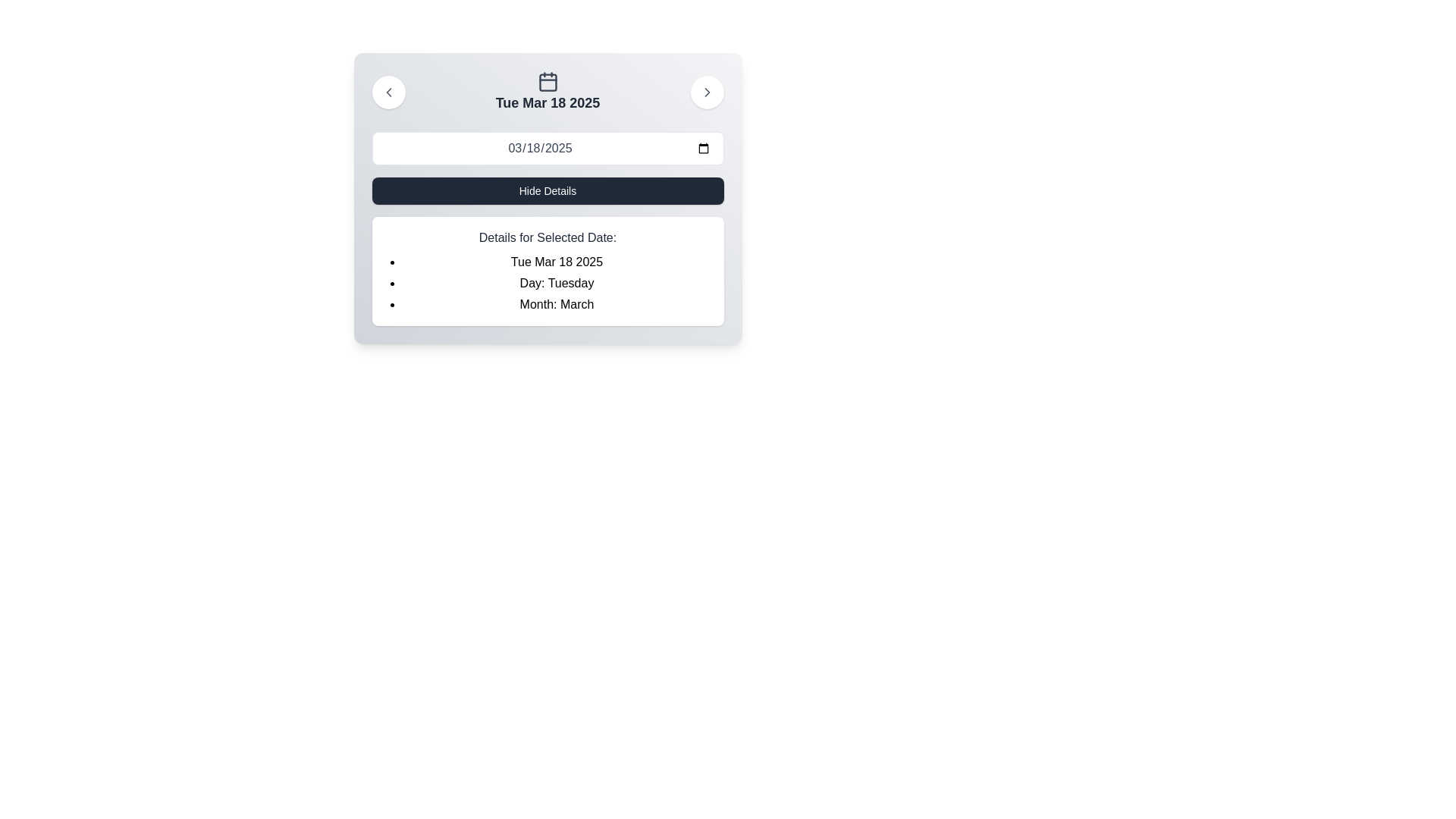  I want to click on the leftward-pointing chevron-shaped icon located in the top-left section of the user interface beside the title 'Tue Mar 18 2025', so click(388, 93).